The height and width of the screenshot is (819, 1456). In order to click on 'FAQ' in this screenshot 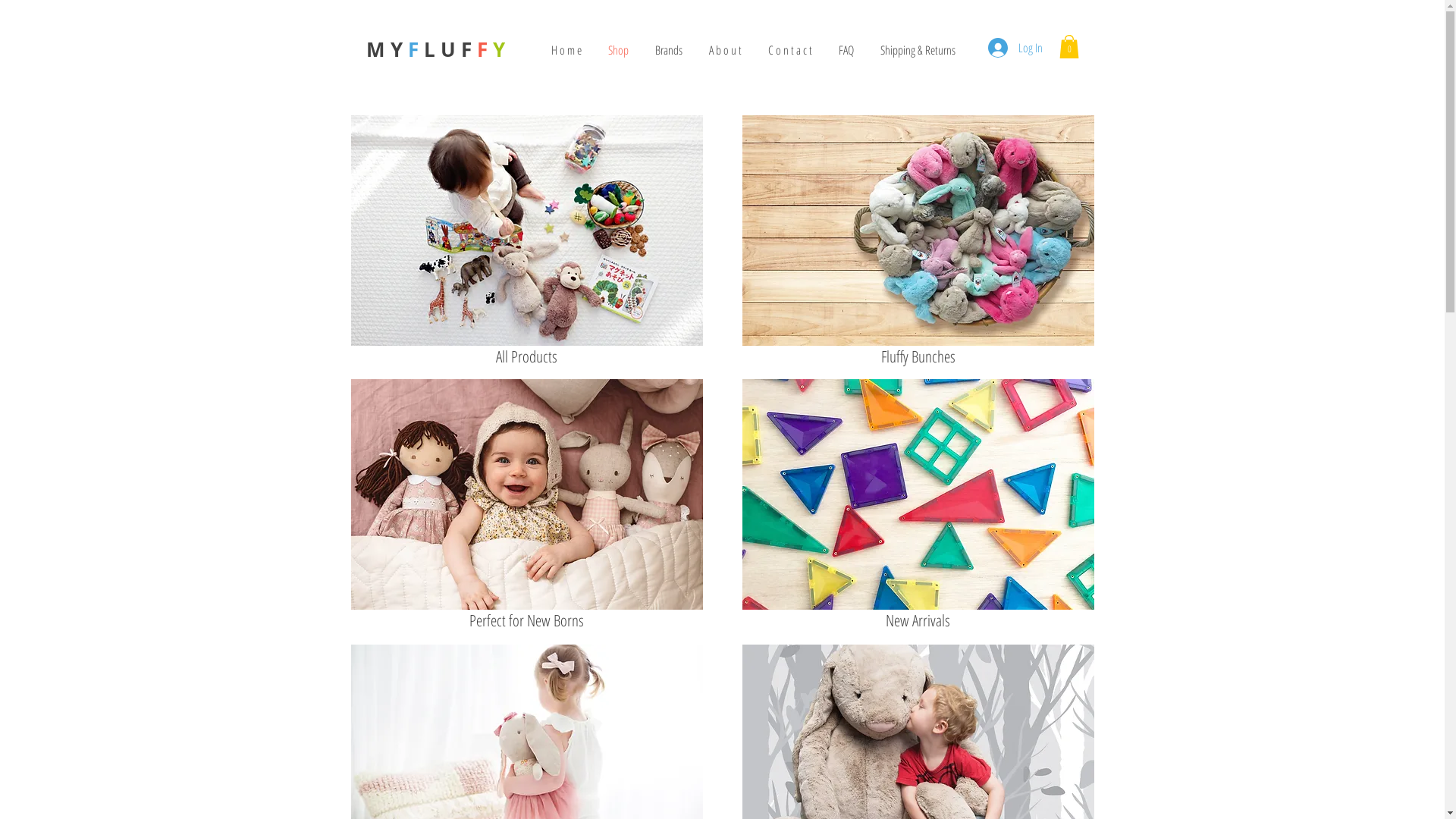, I will do `click(845, 49)`.